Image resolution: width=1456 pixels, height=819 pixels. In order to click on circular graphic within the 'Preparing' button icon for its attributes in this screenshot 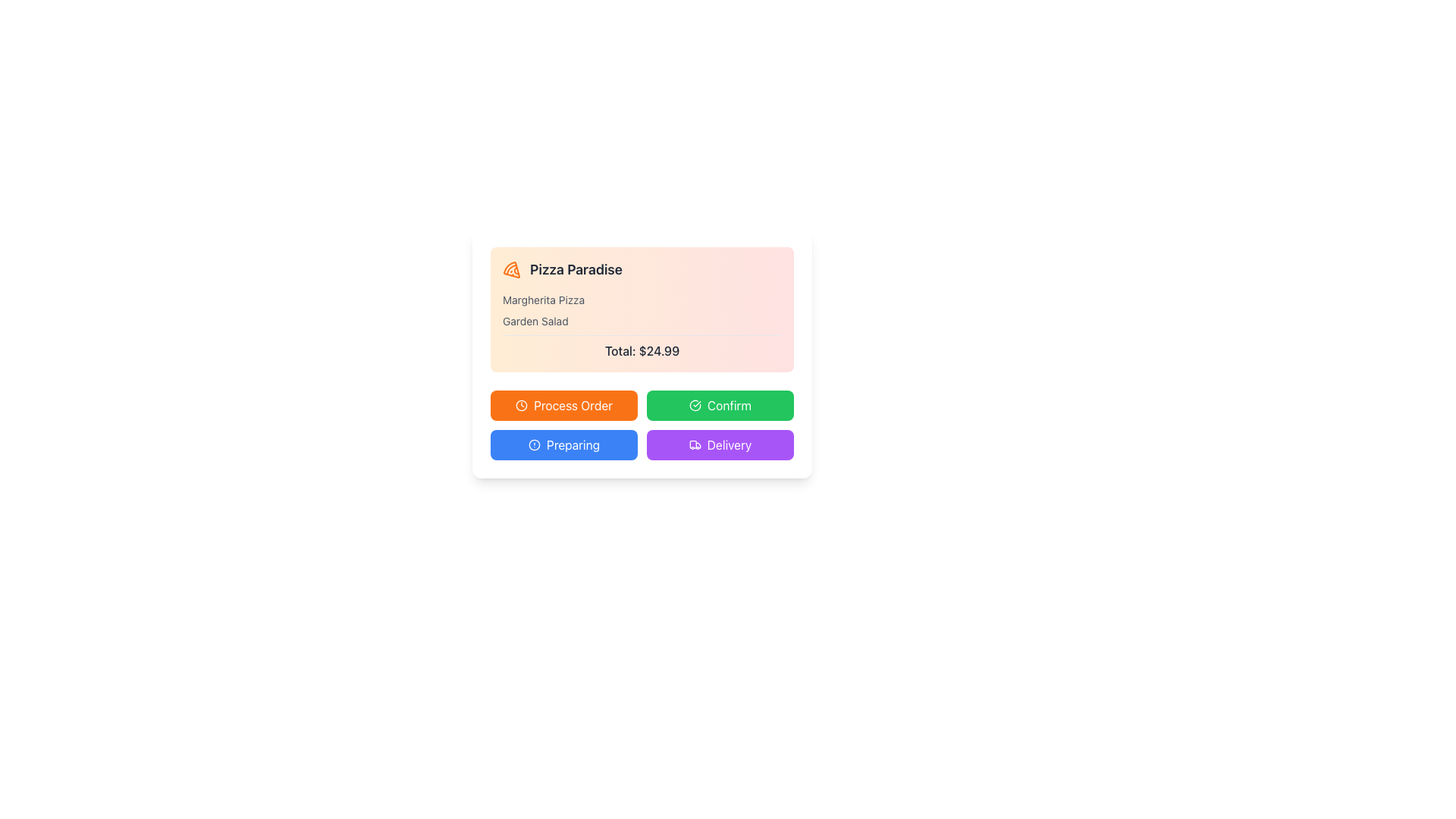, I will do `click(535, 444)`.